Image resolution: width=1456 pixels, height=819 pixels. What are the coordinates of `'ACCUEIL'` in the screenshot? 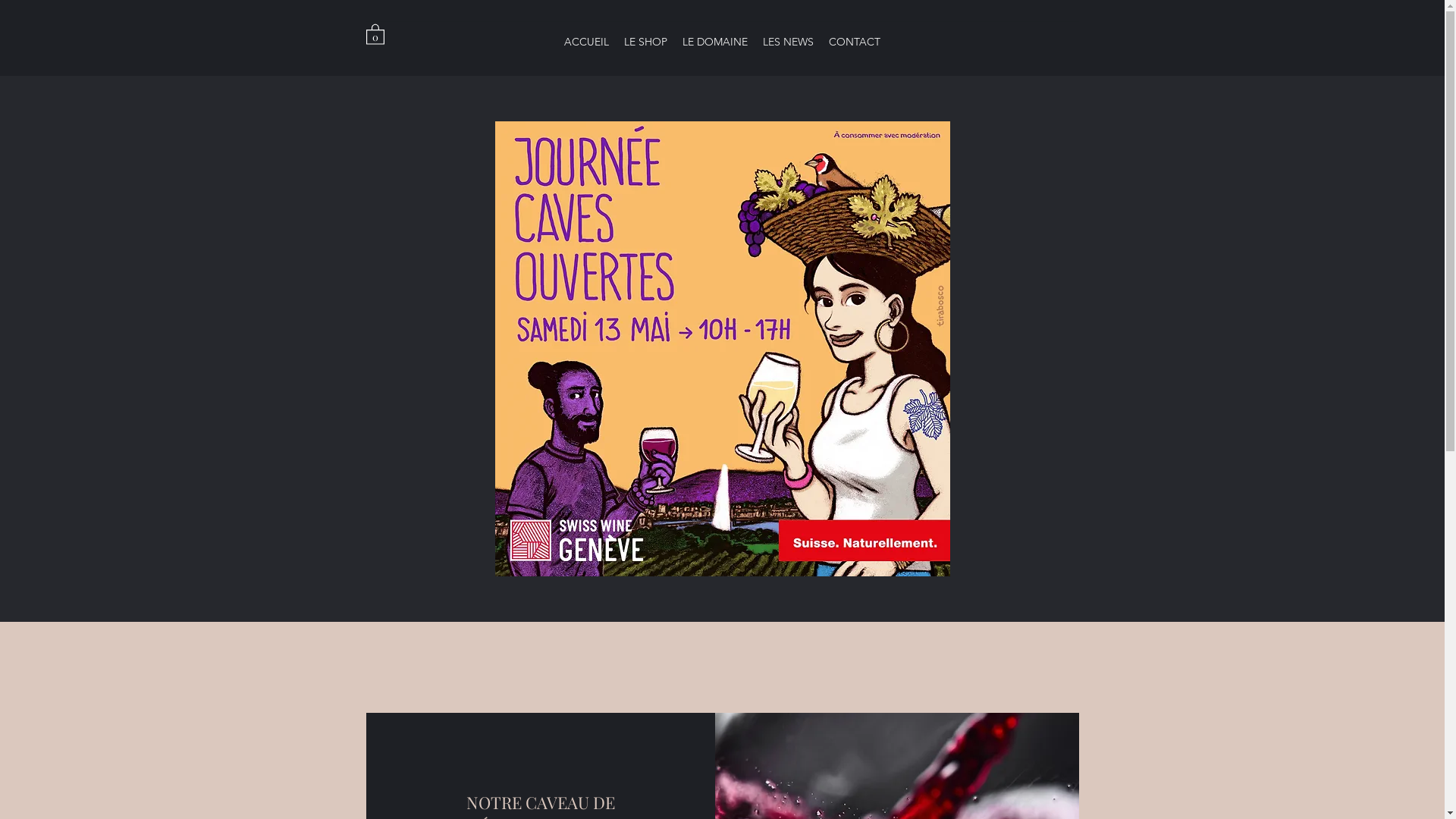 It's located at (585, 40).